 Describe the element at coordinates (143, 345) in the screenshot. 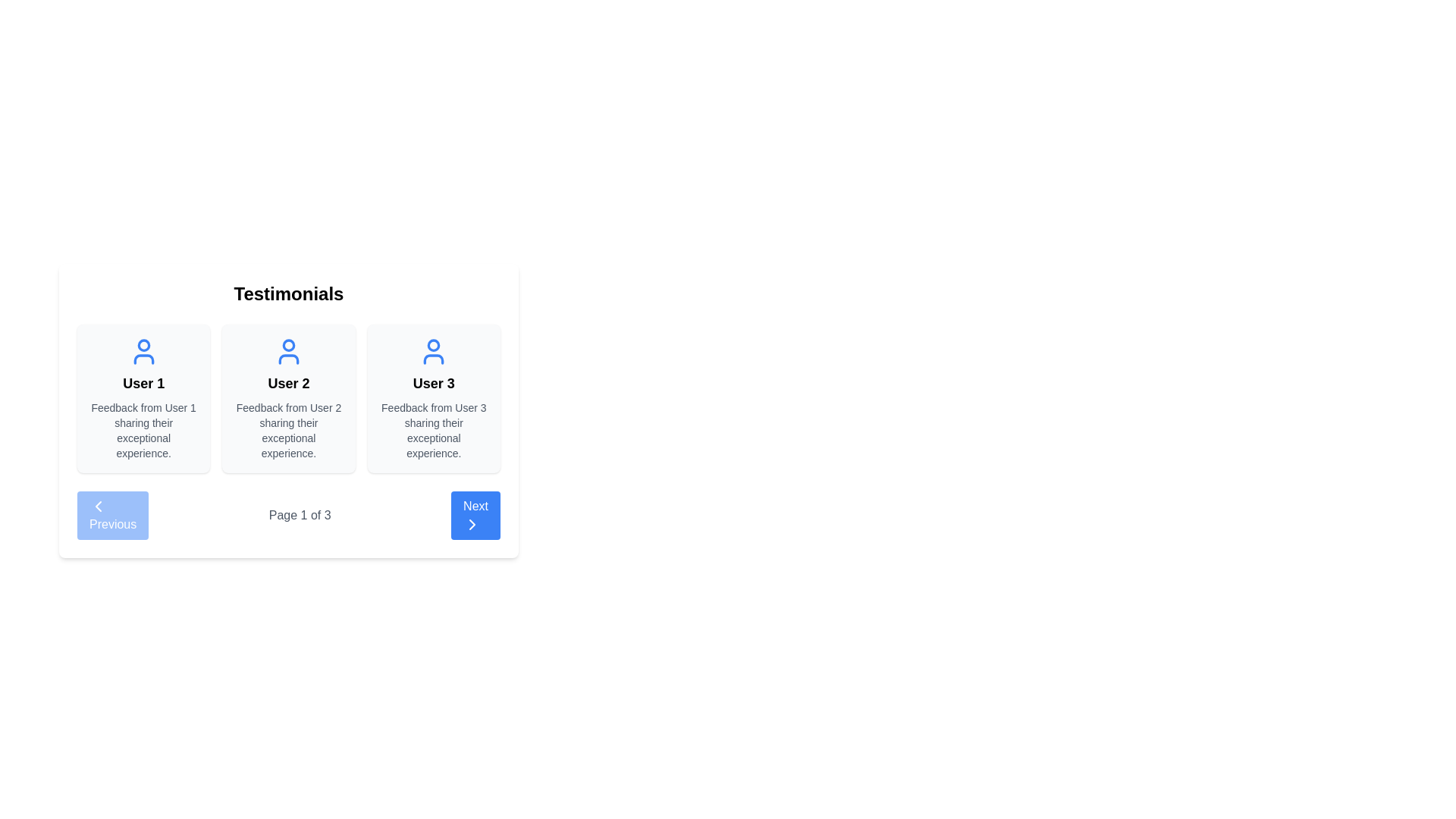

I see `the avatar icon representing 'User 1' in the first testimonial card located at the center-top of the card under the 'Testimonials' header` at that location.